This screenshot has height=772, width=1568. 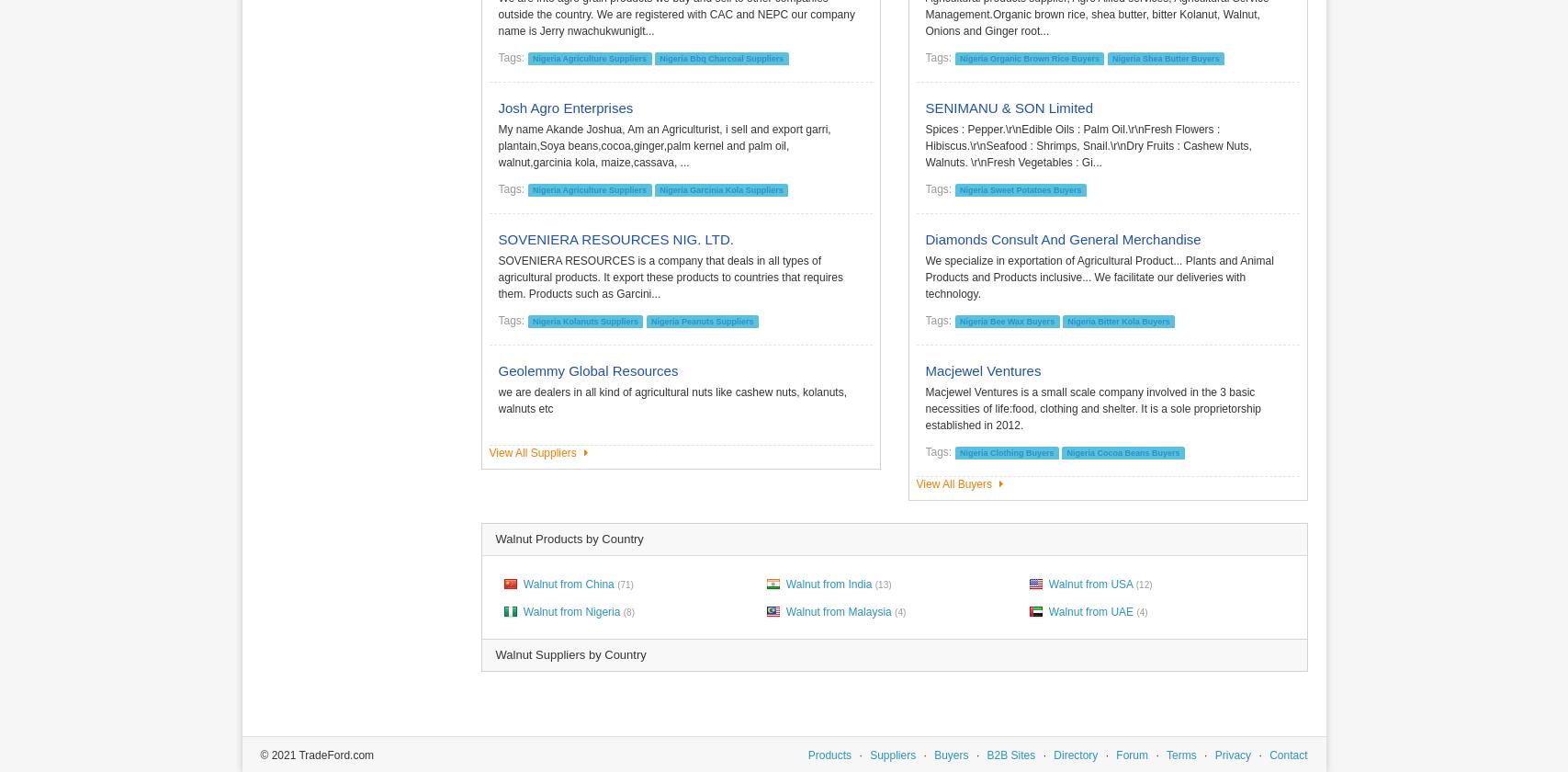 What do you see at coordinates (1213, 755) in the screenshot?
I see `'Privacy'` at bounding box center [1213, 755].